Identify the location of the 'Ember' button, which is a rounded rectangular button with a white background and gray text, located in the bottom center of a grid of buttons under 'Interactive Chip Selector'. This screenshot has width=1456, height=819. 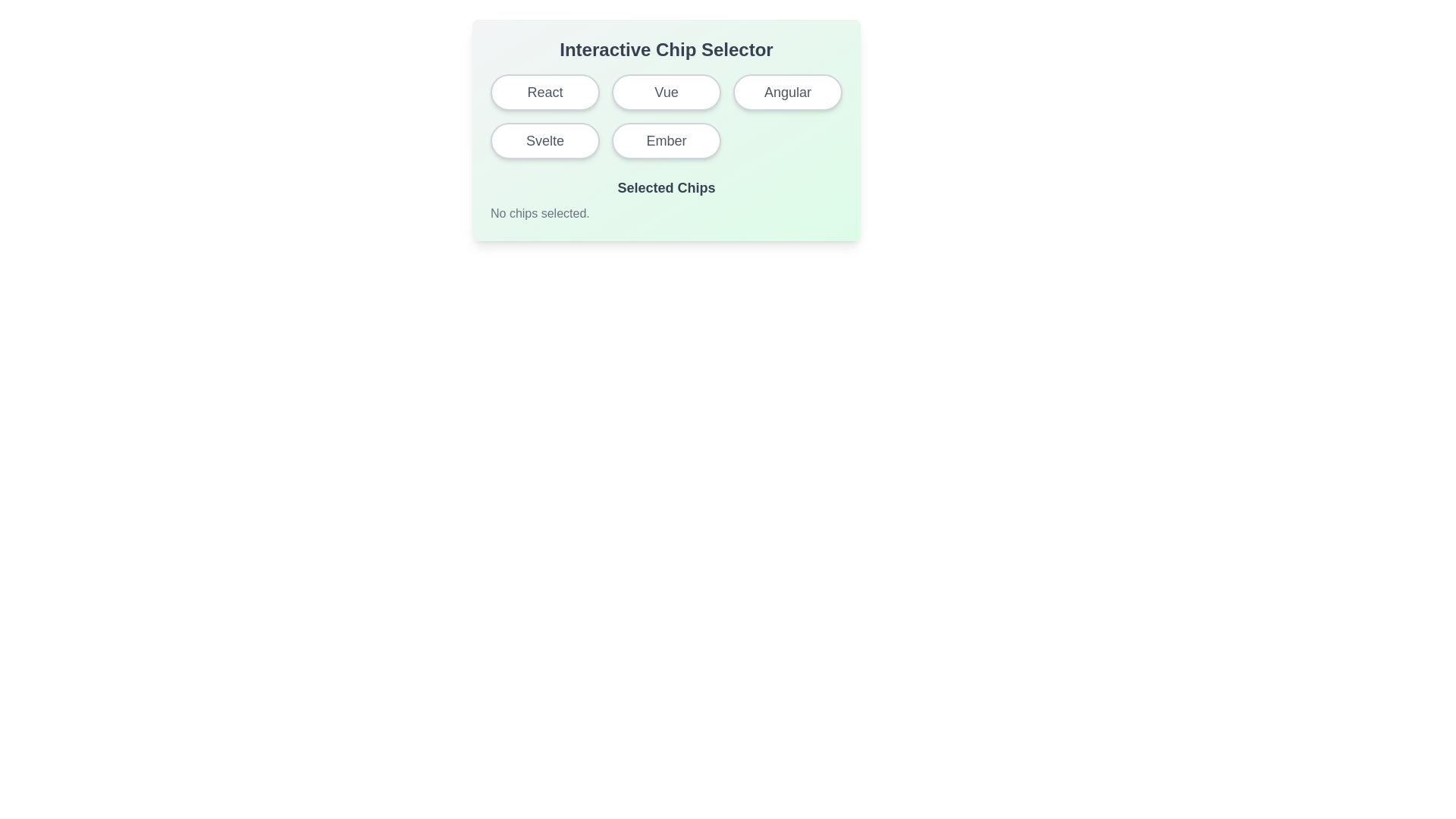
(666, 130).